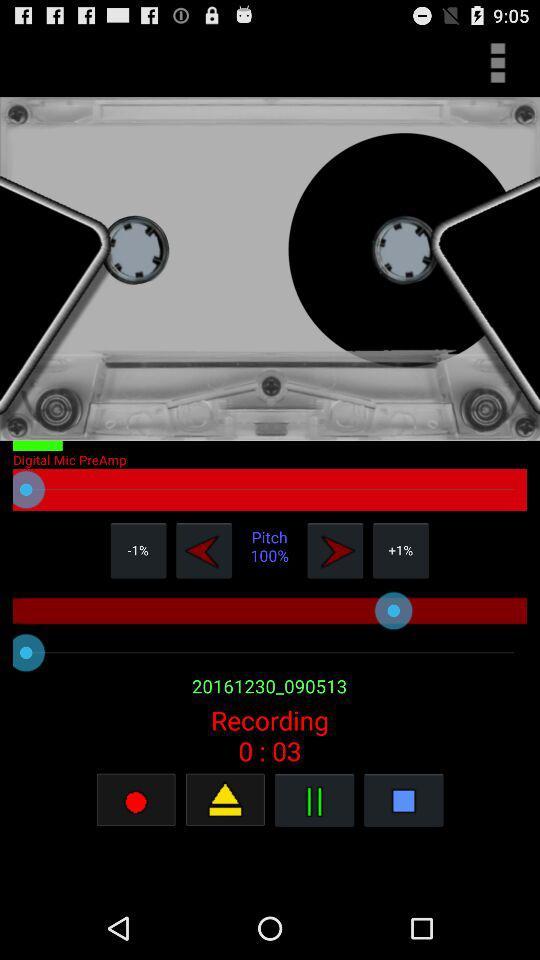 Image resolution: width=540 pixels, height=960 pixels. Describe the element at coordinates (335, 550) in the screenshot. I see `forward the song` at that location.